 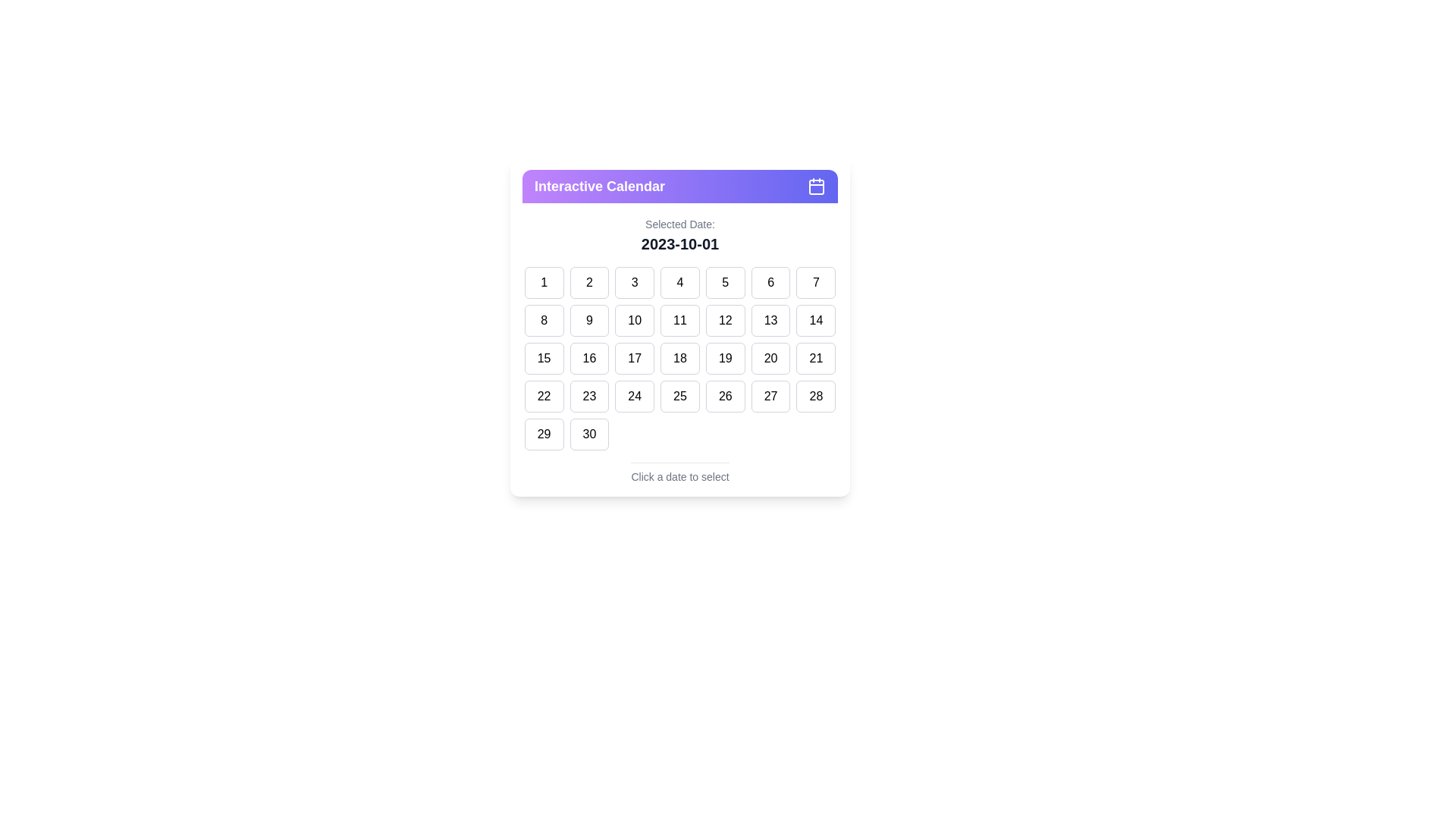 I want to click on the button labeled '26', which is a rectangular button with rounded corners located in the fifth row and fifth column of the grid under 'Interactive Calendar', so click(x=724, y=396).